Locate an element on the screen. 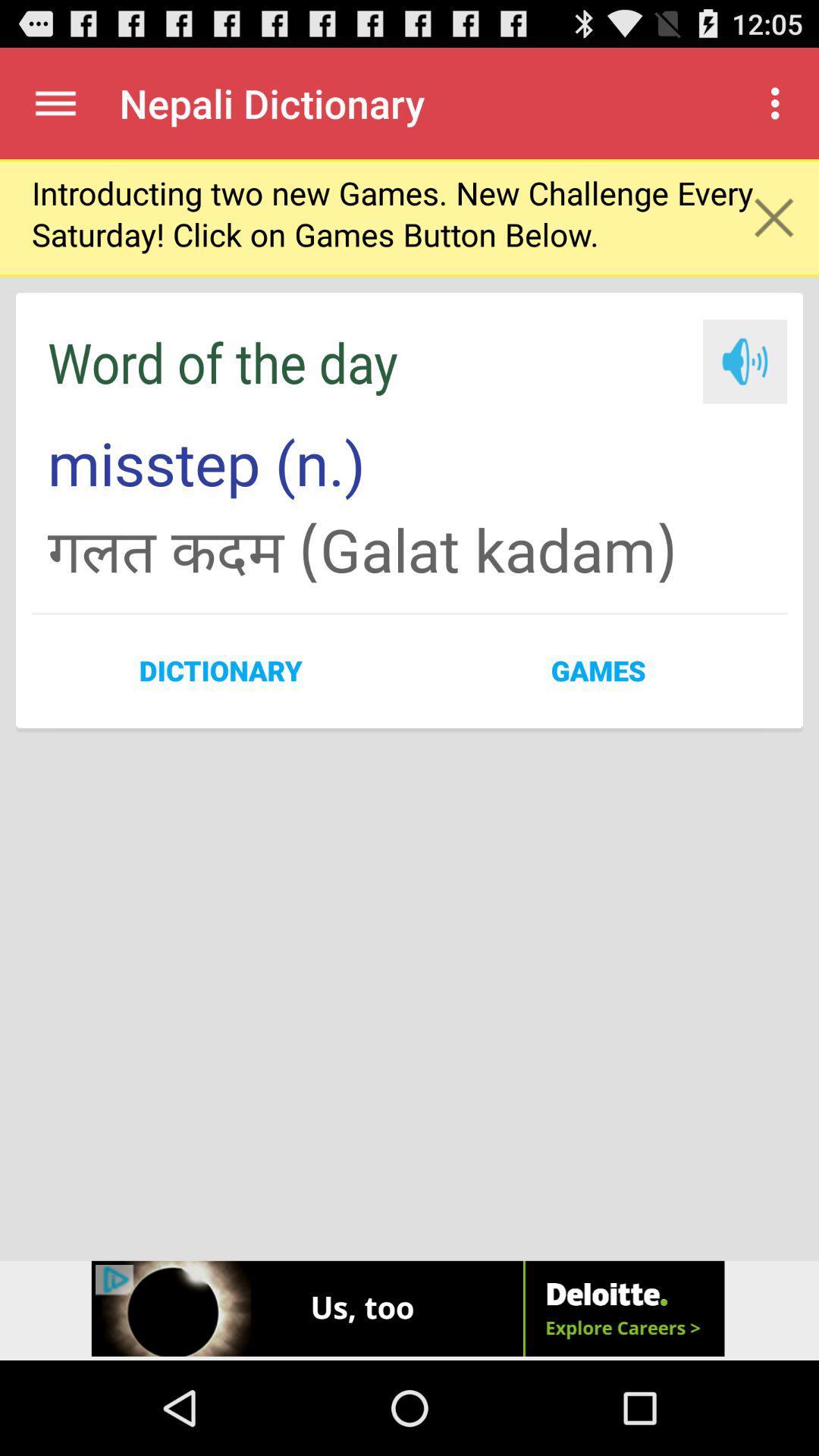 This screenshot has height=1456, width=819. the website shown in the advertisement is located at coordinates (409, 1310).